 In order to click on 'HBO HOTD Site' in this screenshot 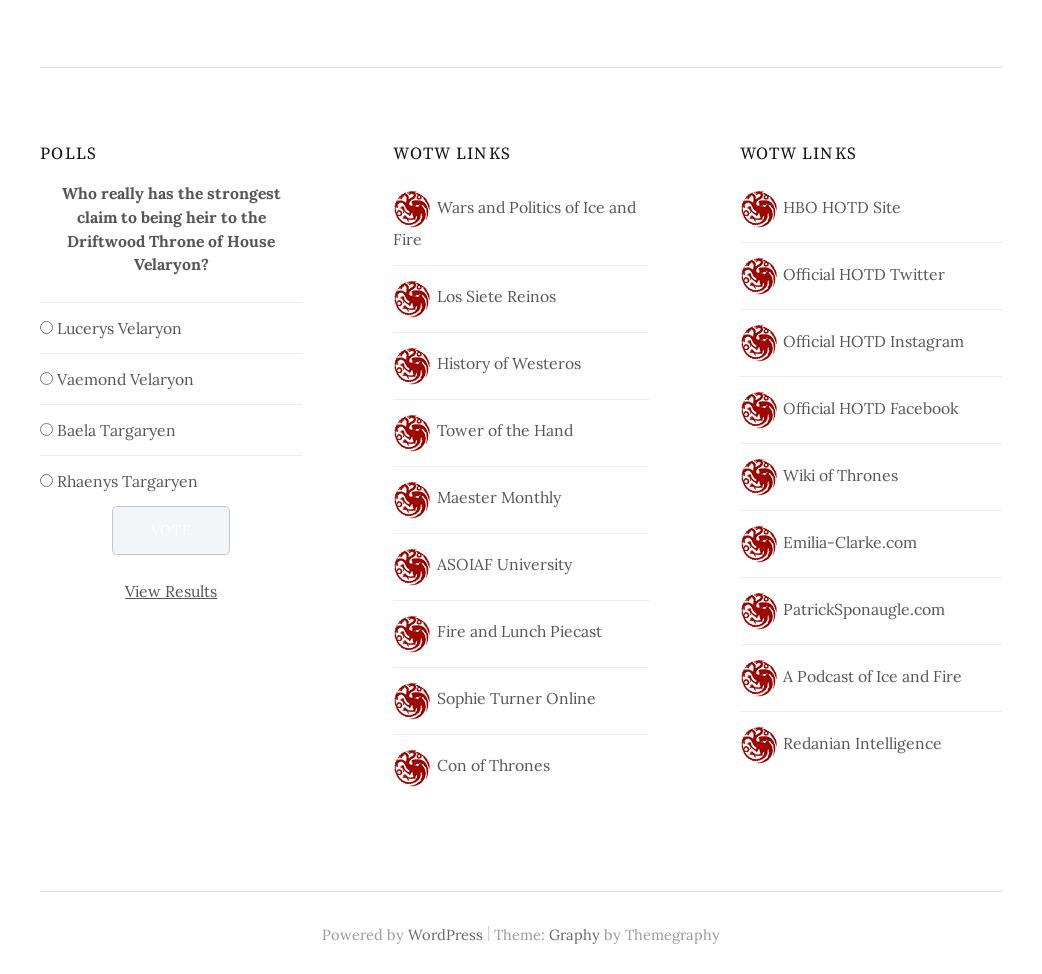, I will do `click(782, 206)`.